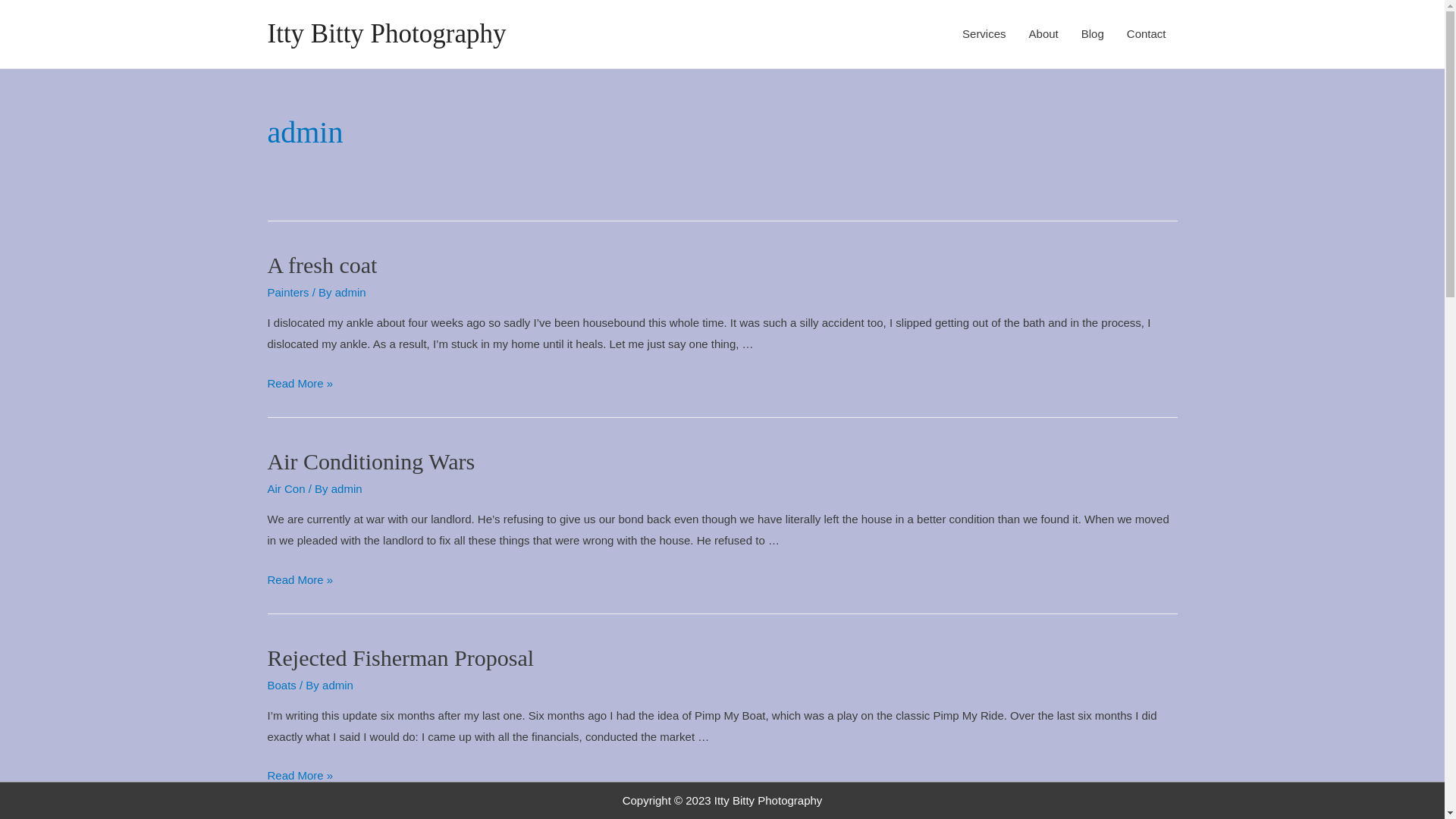 This screenshot has height=819, width=1456. I want to click on 'admin', so click(334, 292).